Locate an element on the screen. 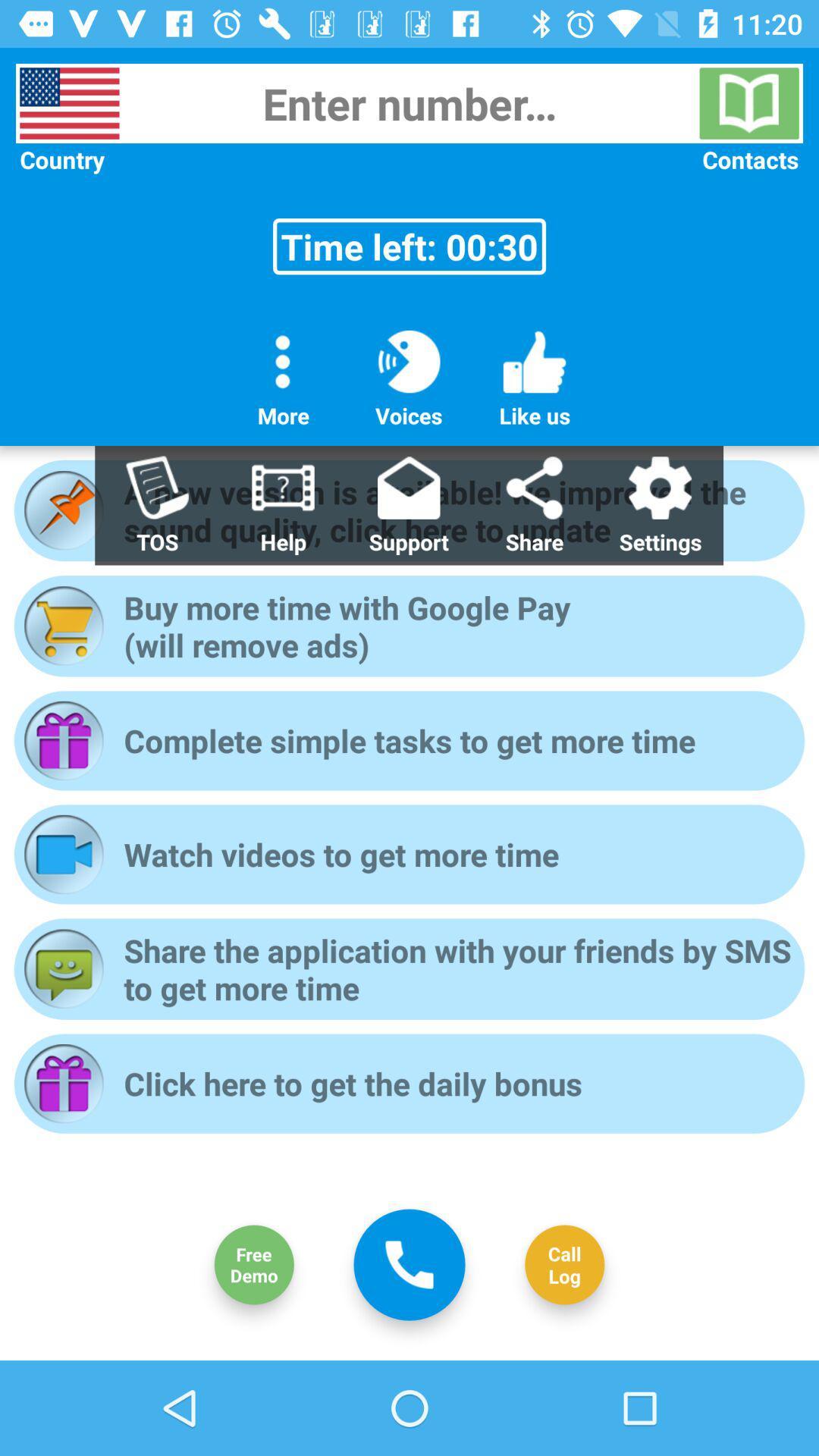 The height and width of the screenshot is (1456, 819). the national_flag icon is located at coordinates (69, 102).